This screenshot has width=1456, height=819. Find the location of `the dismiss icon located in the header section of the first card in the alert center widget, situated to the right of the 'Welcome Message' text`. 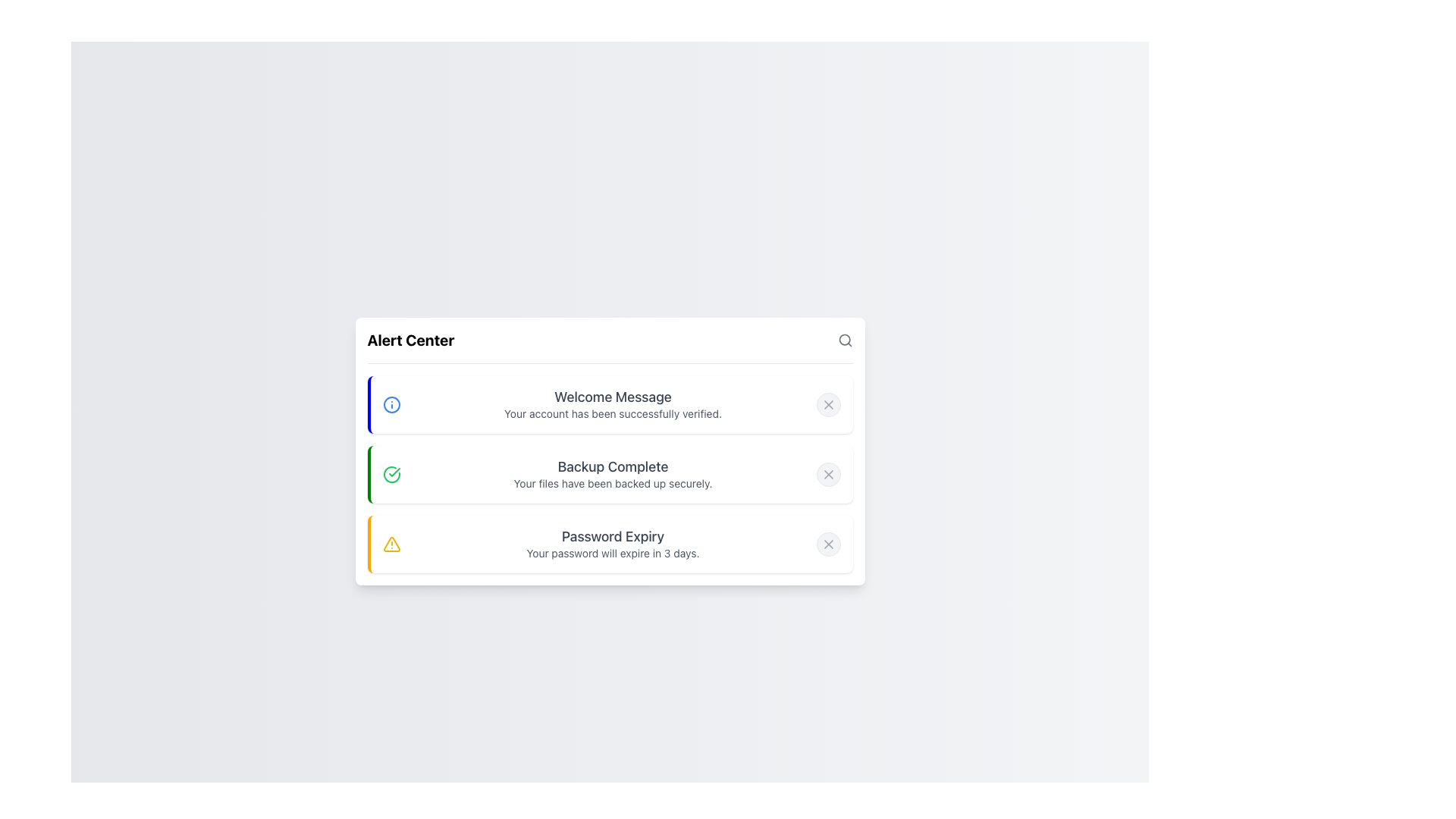

the dismiss icon located in the header section of the first card in the alert center widget, situated to the right of the 'Welcome Message' text is located at coordinates (827, 403).